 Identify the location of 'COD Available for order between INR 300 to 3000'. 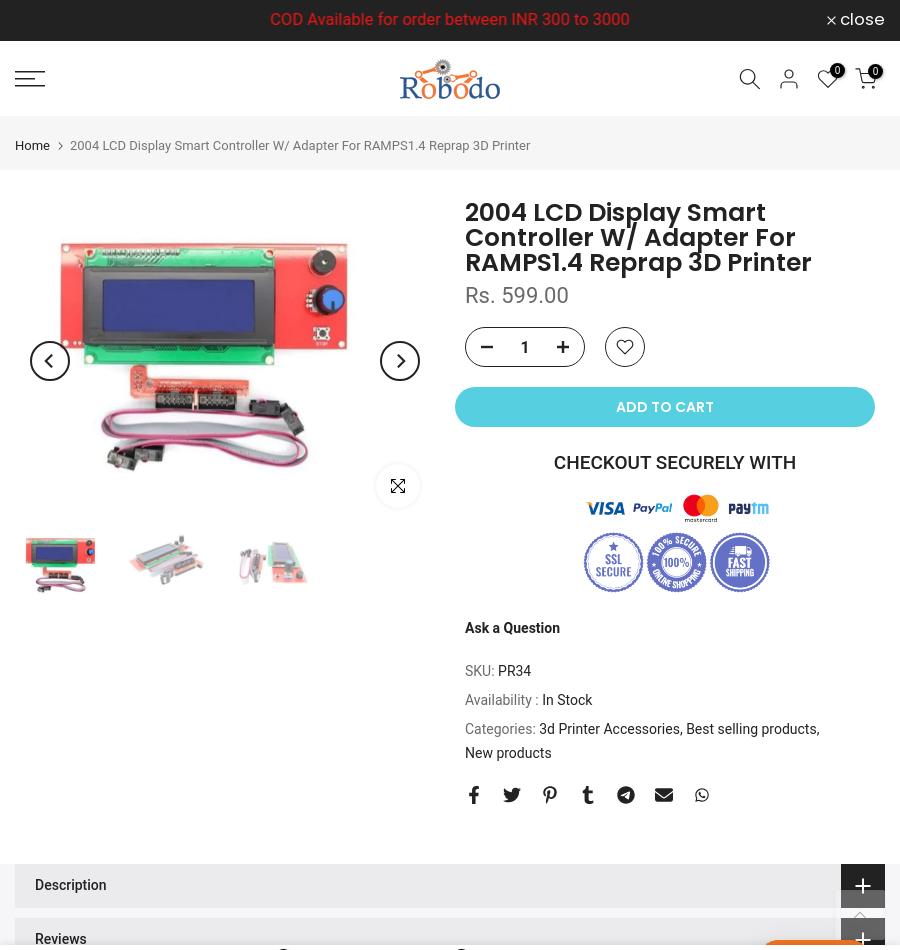
(449, 19).